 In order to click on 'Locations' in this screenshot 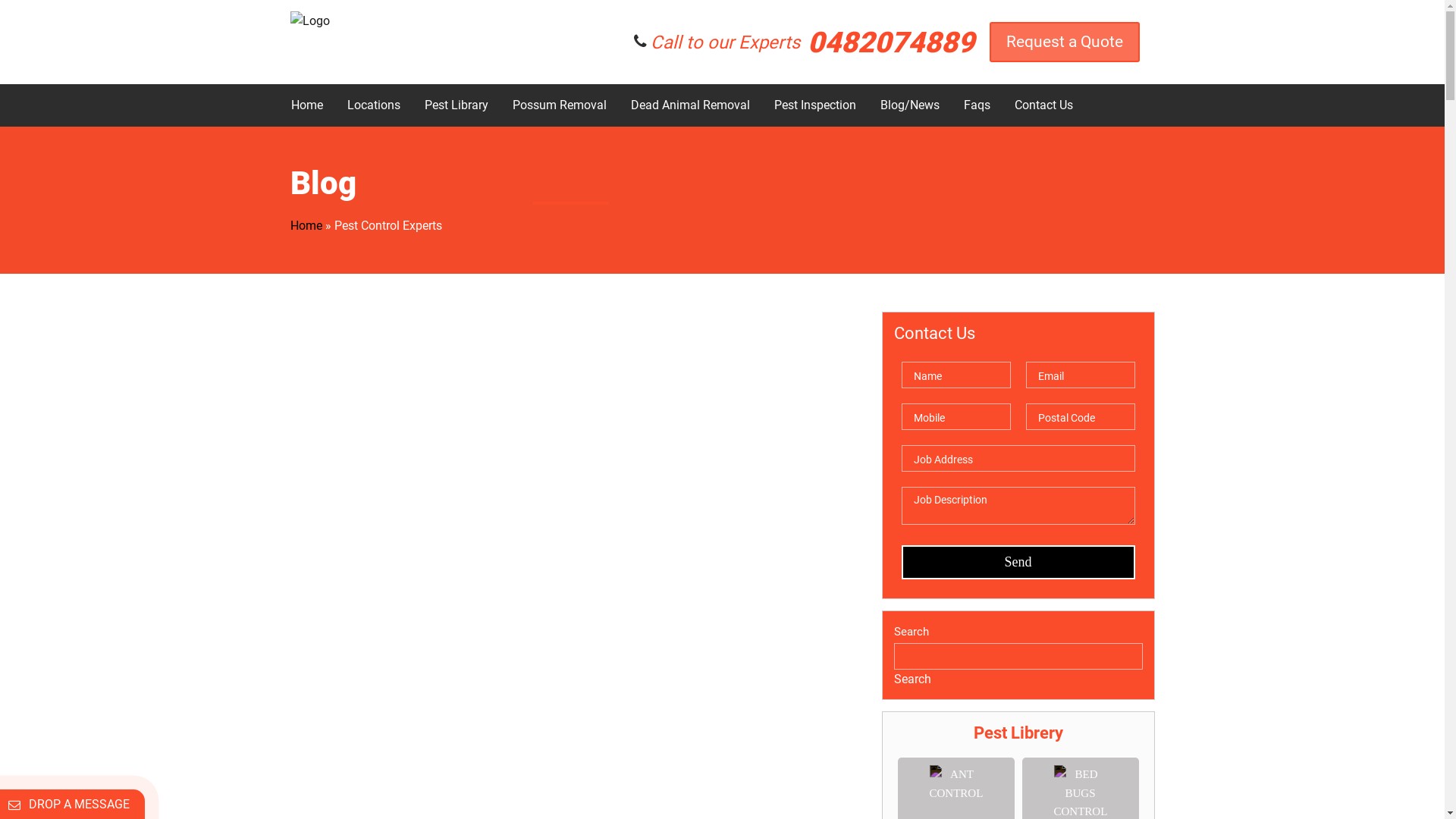, I will do `click(372, 104)`.